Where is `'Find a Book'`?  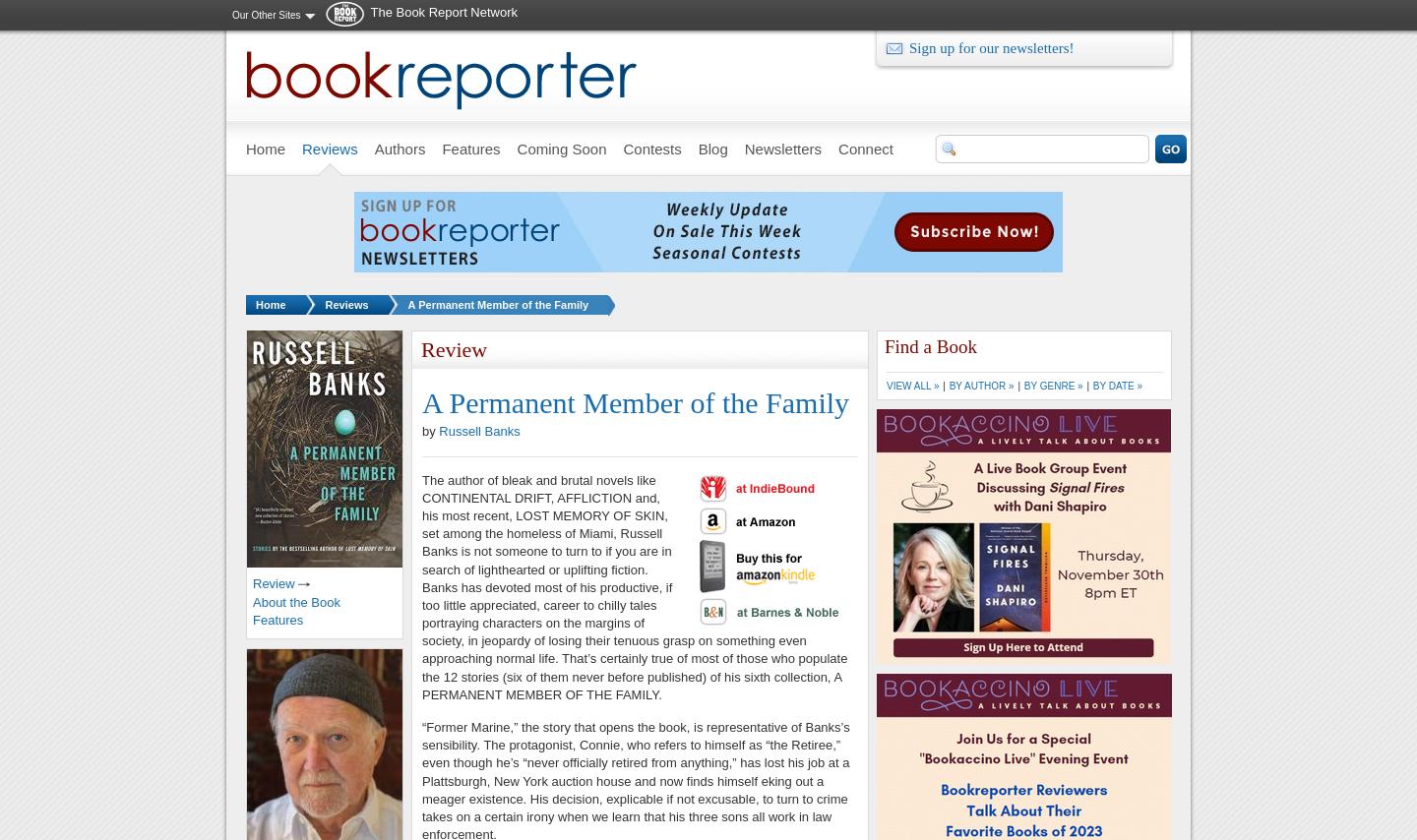 'Find a Book' is located at coordinates (930, 346).